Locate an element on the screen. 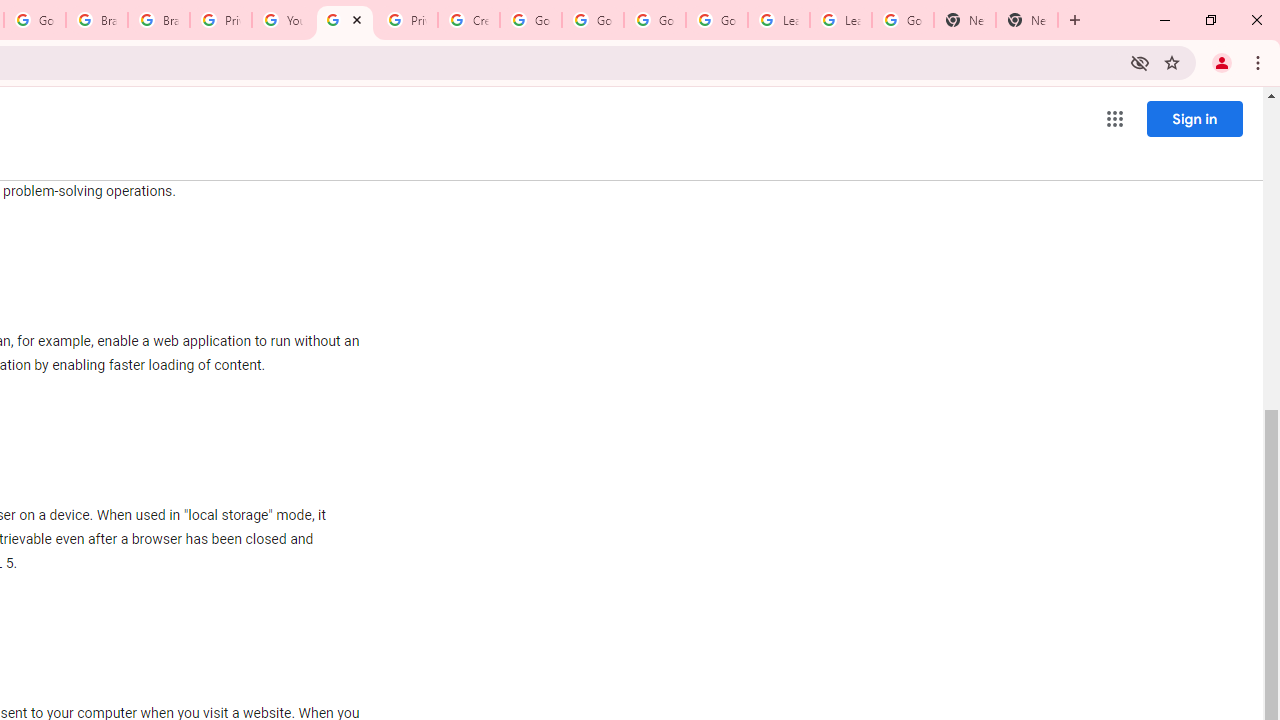 The height and width of the screenshot is (720, 1280). 'New Tab' is located at coordinates (965, 20).